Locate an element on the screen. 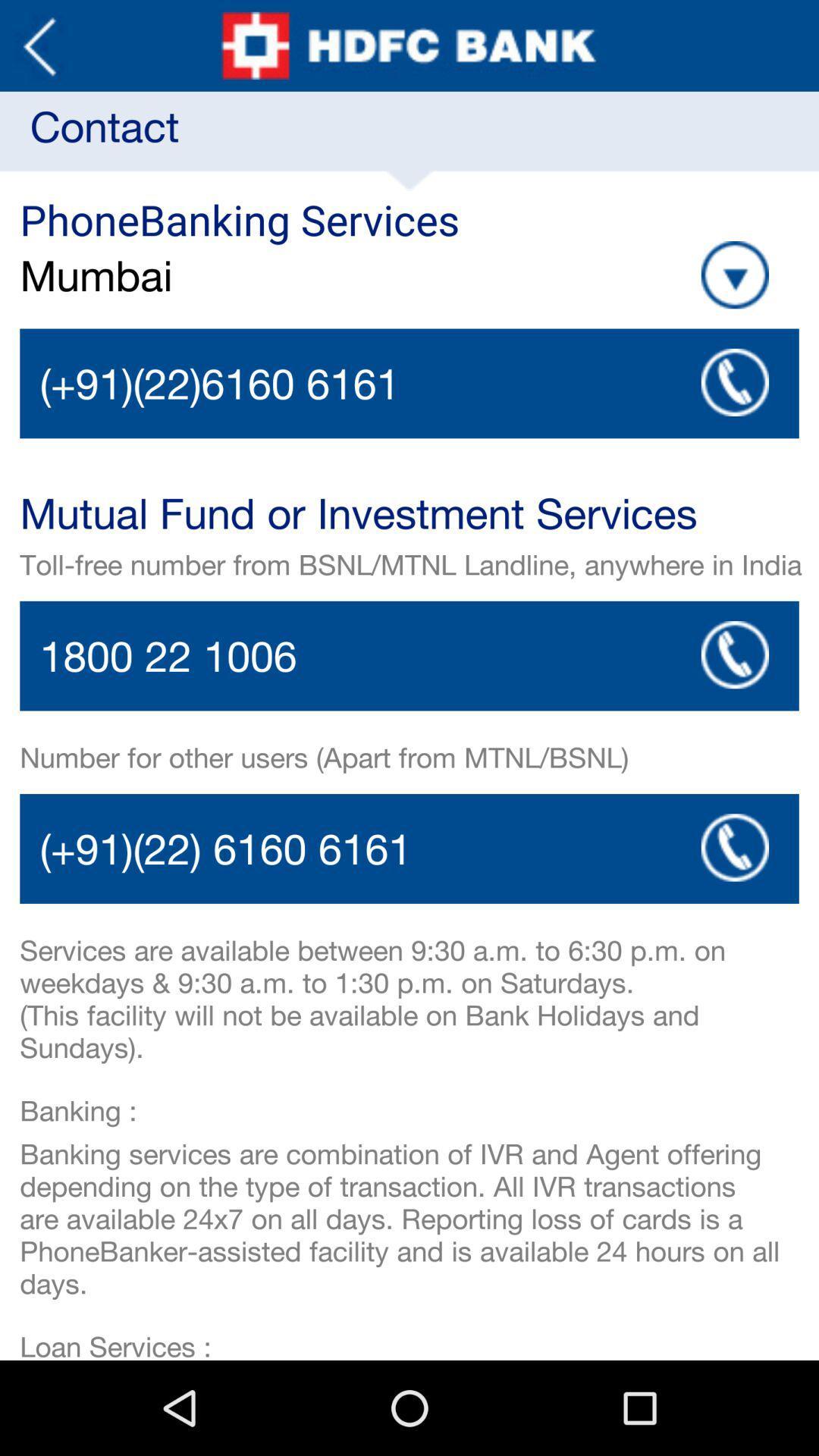  phone is located at coordinates (409, 383).